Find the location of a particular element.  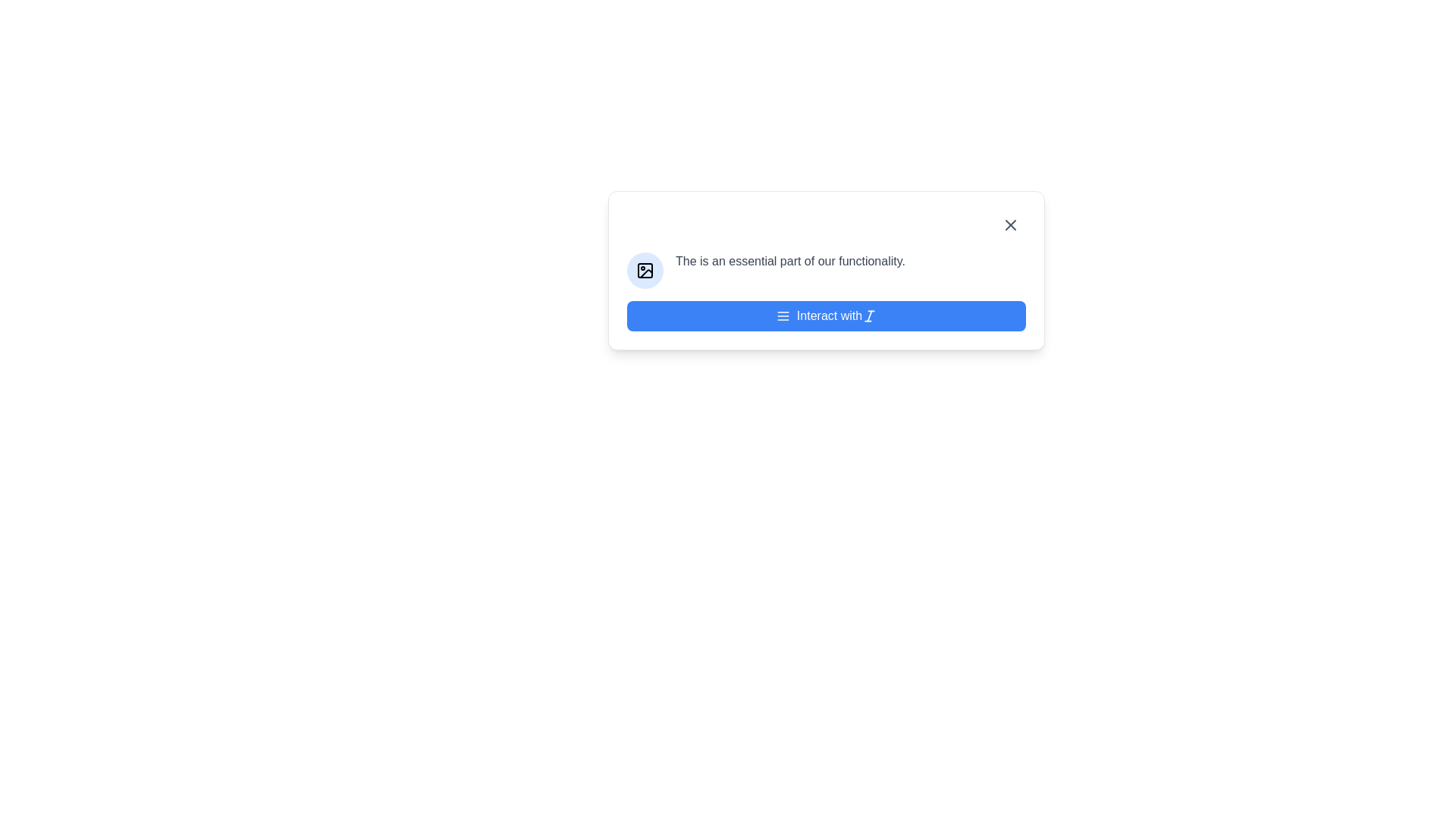

the 'X' button, a circular icon with a cross in the center, located in the top-right corner of the modal is located at coordinates (1011, 225).